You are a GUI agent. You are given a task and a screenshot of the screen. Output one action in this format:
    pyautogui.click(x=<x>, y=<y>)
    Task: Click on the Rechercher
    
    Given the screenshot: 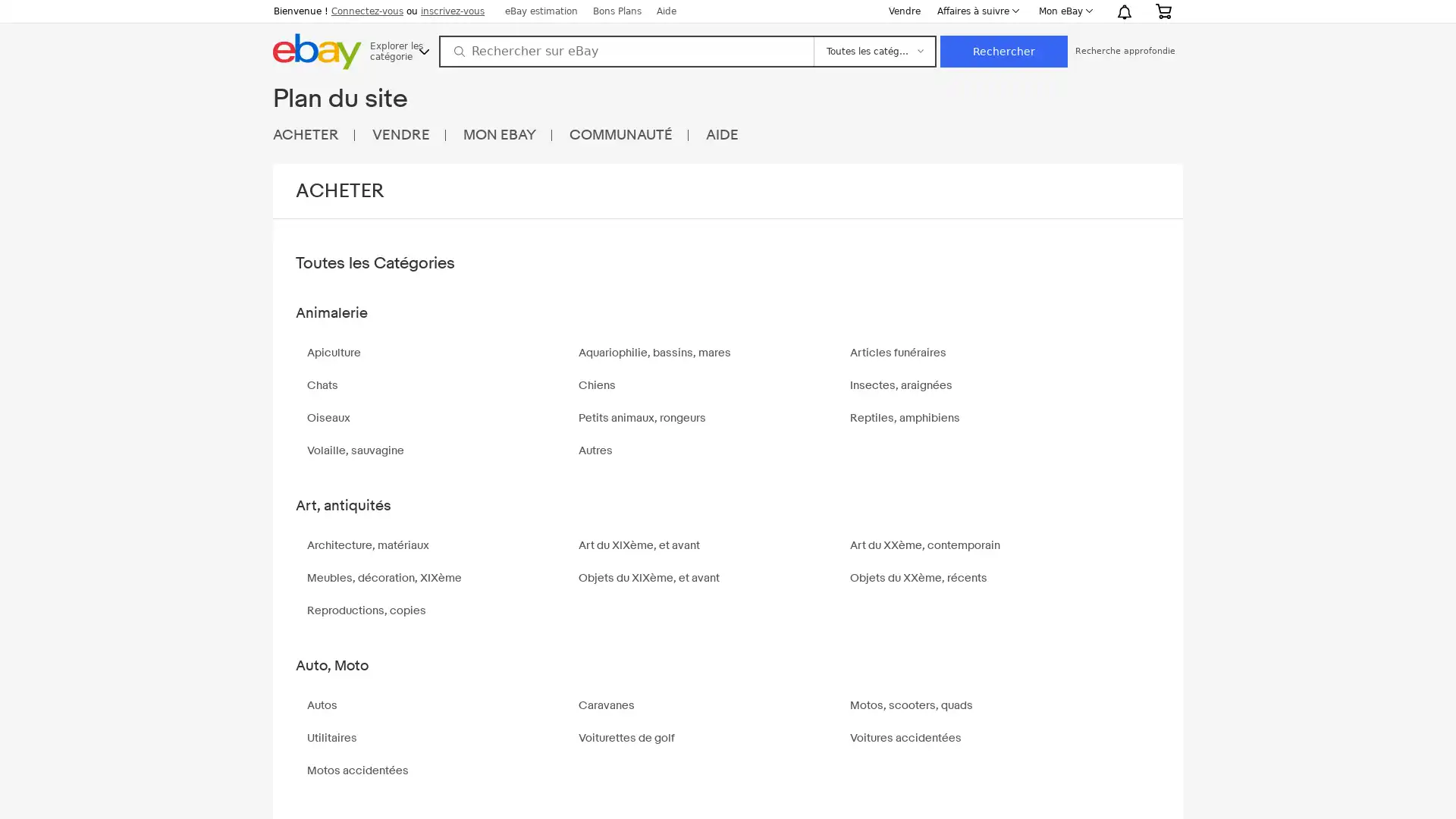 What is the action you would take?
    pyautogui.click(x=1004, y=51)
    